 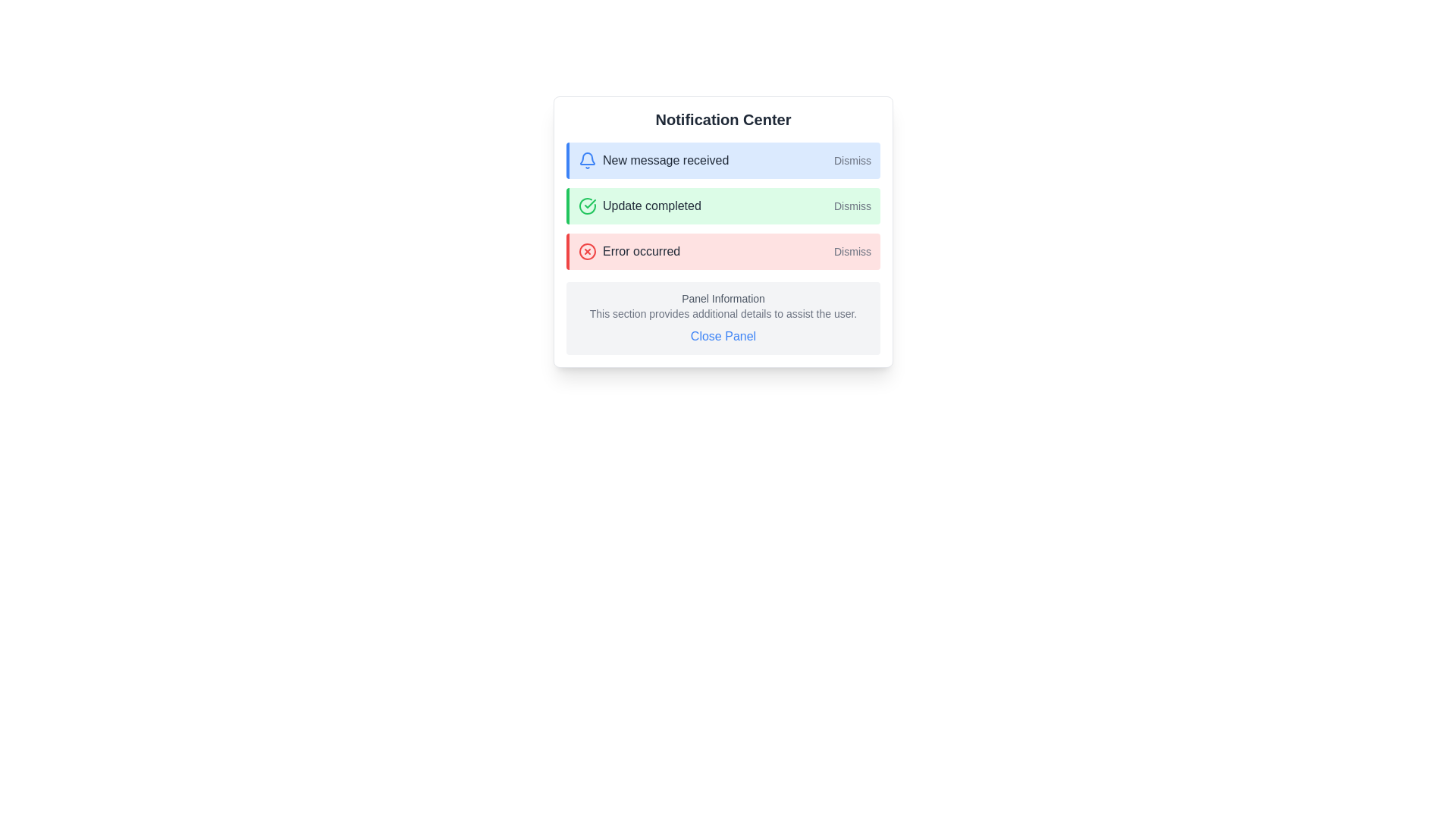 What do you see at coordinates (651, 206) in the screenshot?
I see `the text label displaying 'Update completed' in gray font, located centrally within the second notification card in the 'Notification Center' panel` at bounding box center [651, 206].